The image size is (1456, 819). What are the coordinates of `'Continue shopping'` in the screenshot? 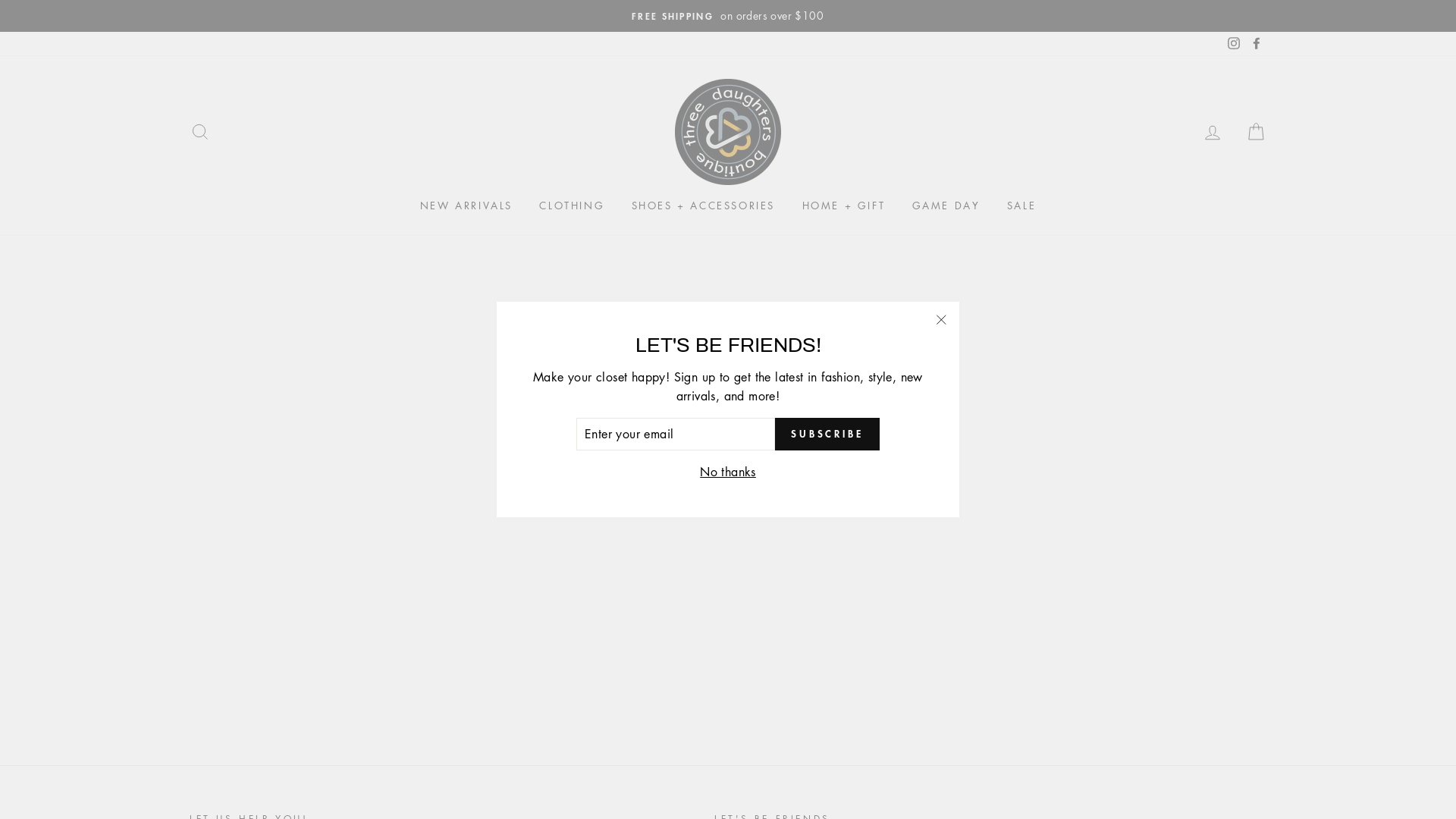 It's located at (676, 425).